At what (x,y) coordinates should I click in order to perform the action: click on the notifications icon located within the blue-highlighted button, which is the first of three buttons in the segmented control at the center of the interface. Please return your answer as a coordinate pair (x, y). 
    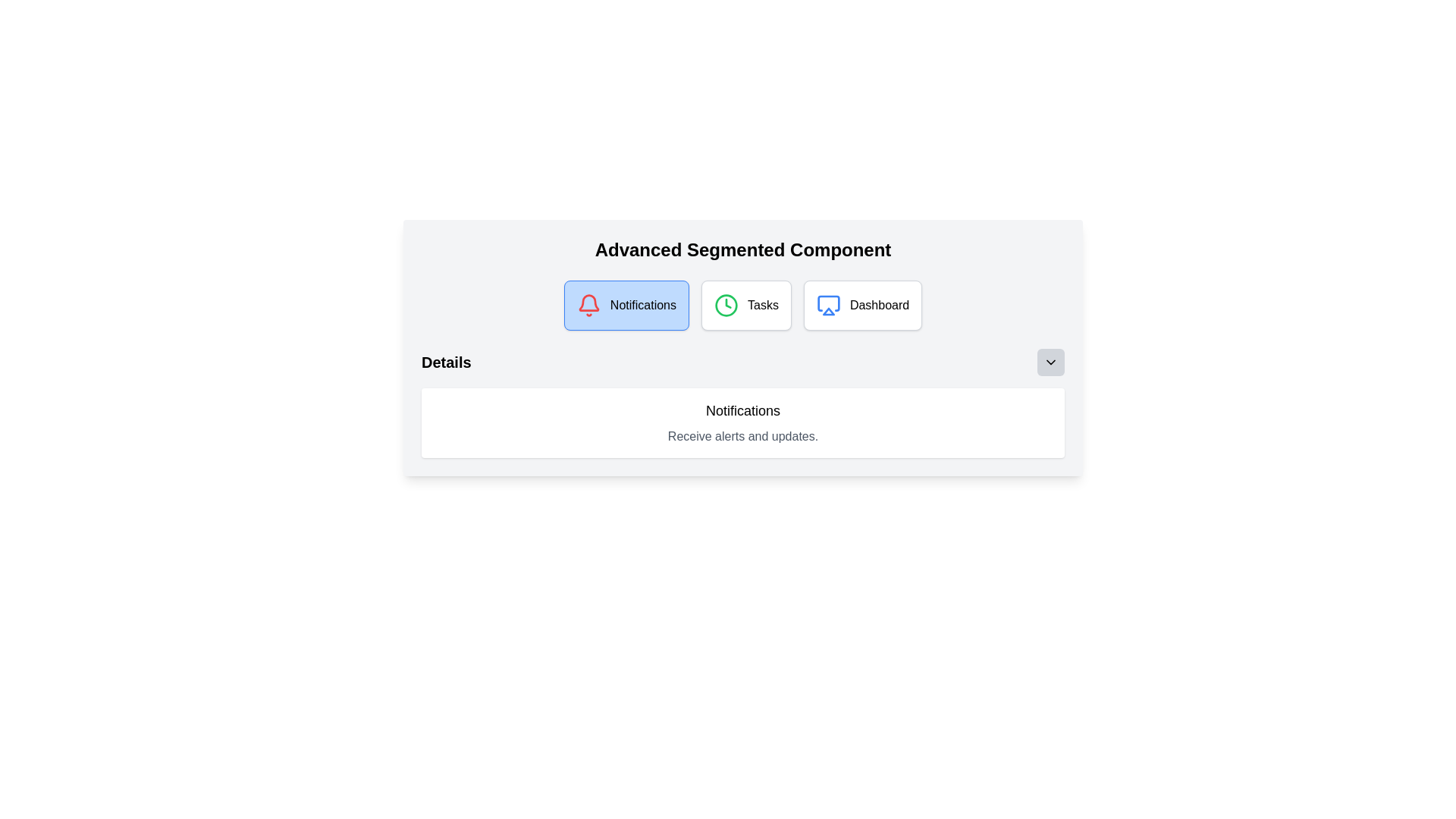
    Looking at the image, I should click on (588, 305).